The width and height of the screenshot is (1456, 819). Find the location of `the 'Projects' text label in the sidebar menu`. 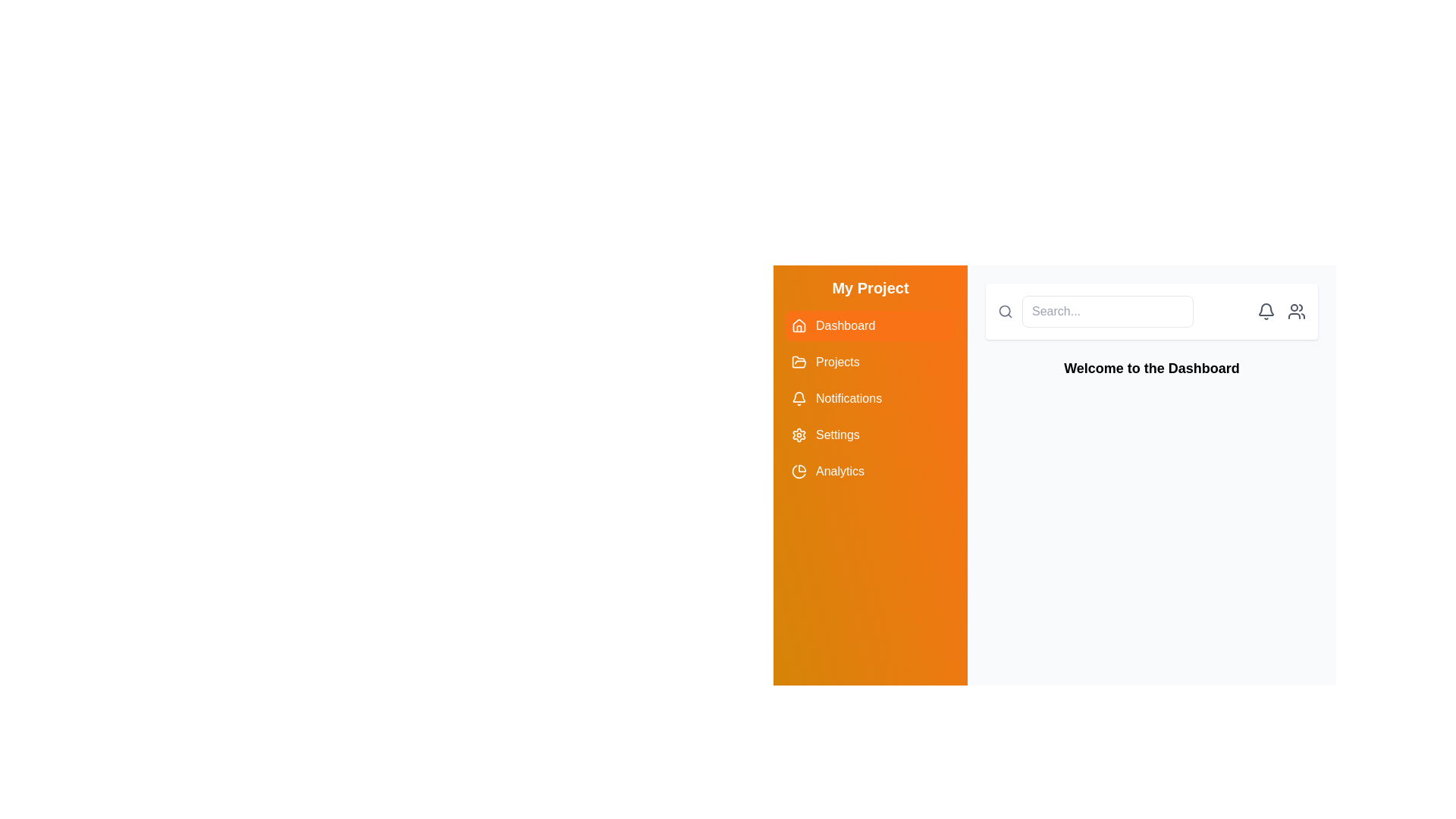

the 'Projects' text label in the sidebar menu is located at coordinates (836, 362).